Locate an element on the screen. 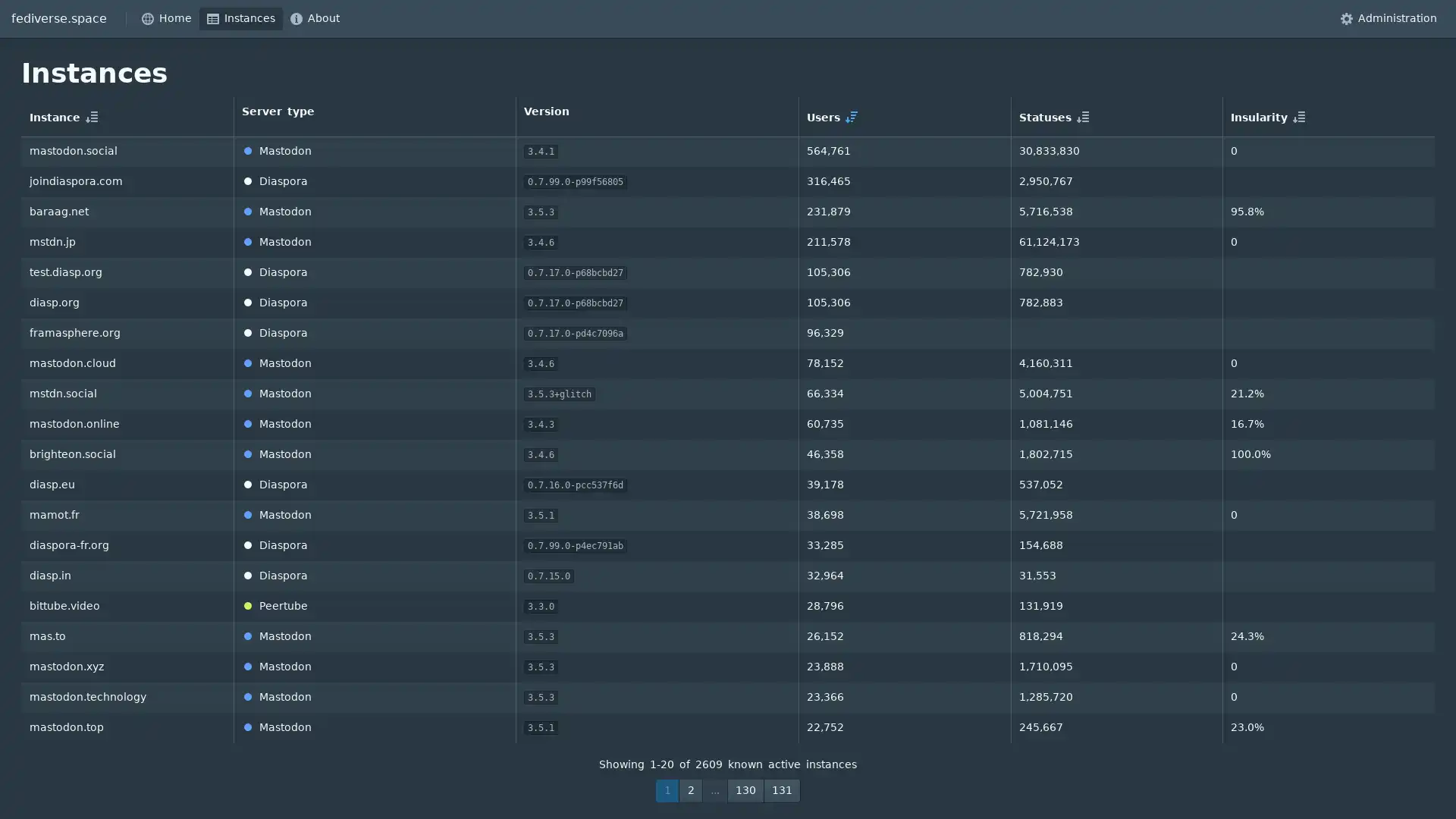  131 is located at coordinates (782, 789).